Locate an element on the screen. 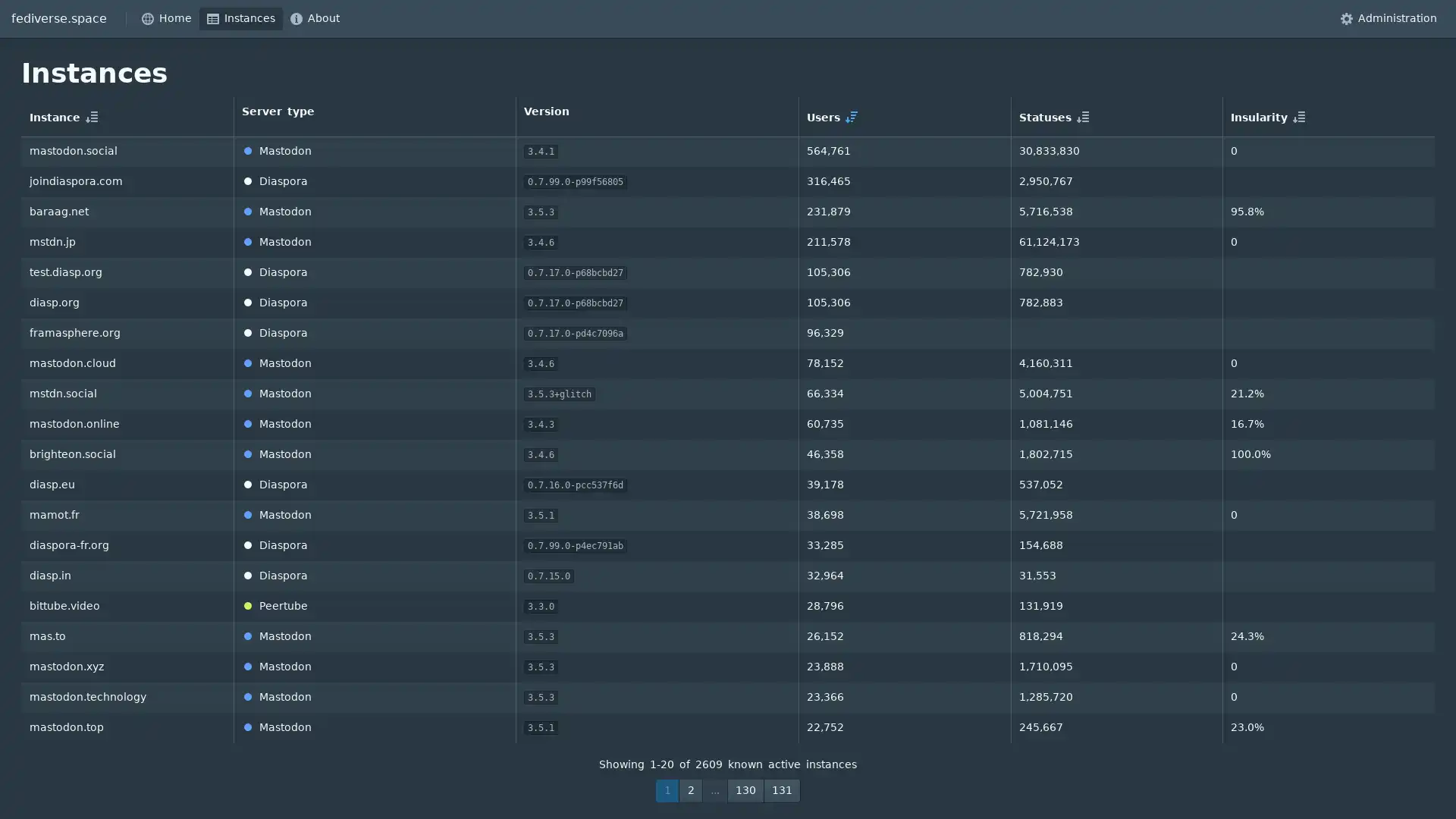  131 is located at coordinates (782, 789).